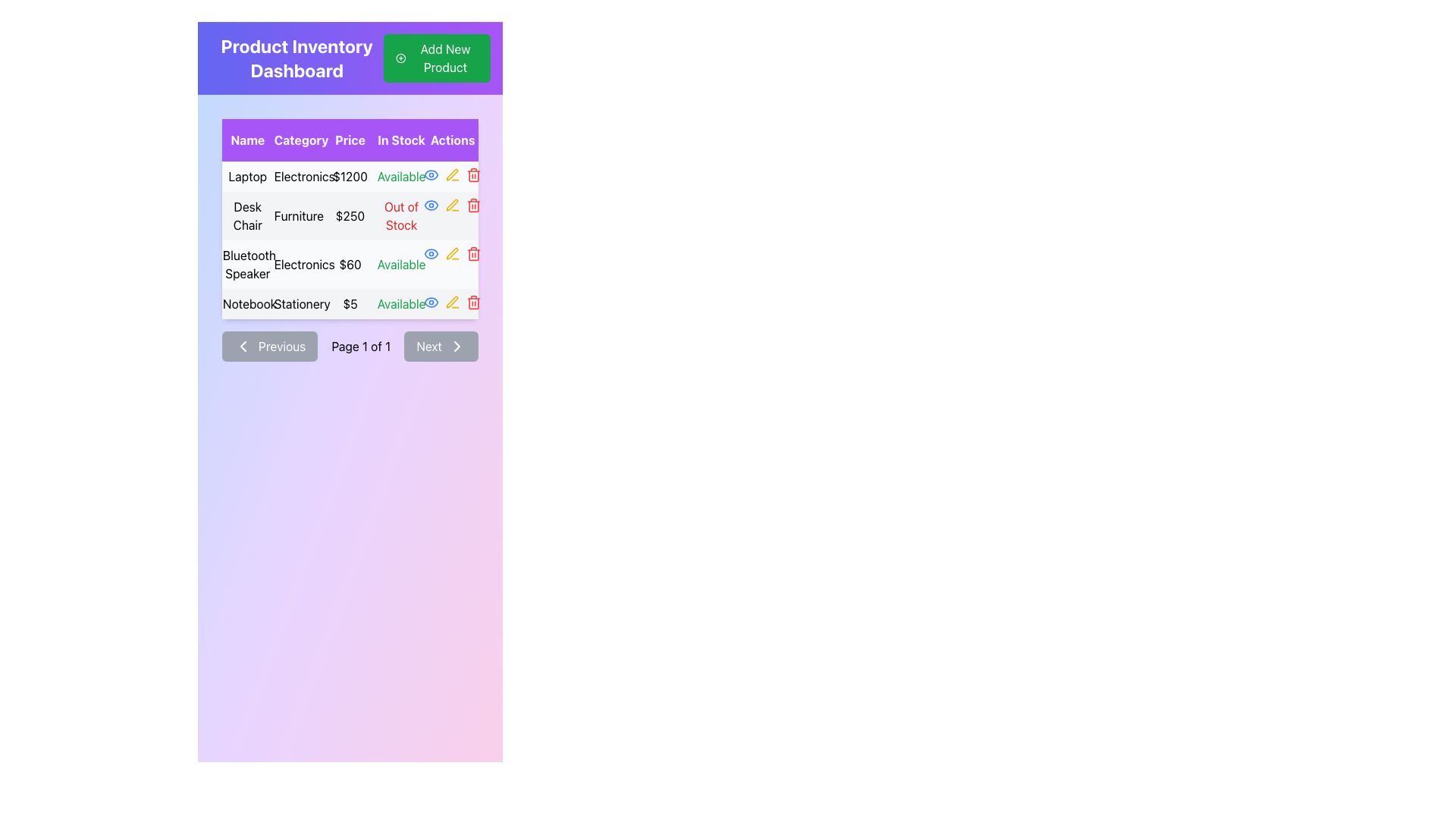  What do you see at coordinates (349, 140) in the screenshot?
I see `the bold white text label 'Price' that is part of the header row in a table, located between the 'Category' and 'In Stock' headers` at bounding box center [349, 140].